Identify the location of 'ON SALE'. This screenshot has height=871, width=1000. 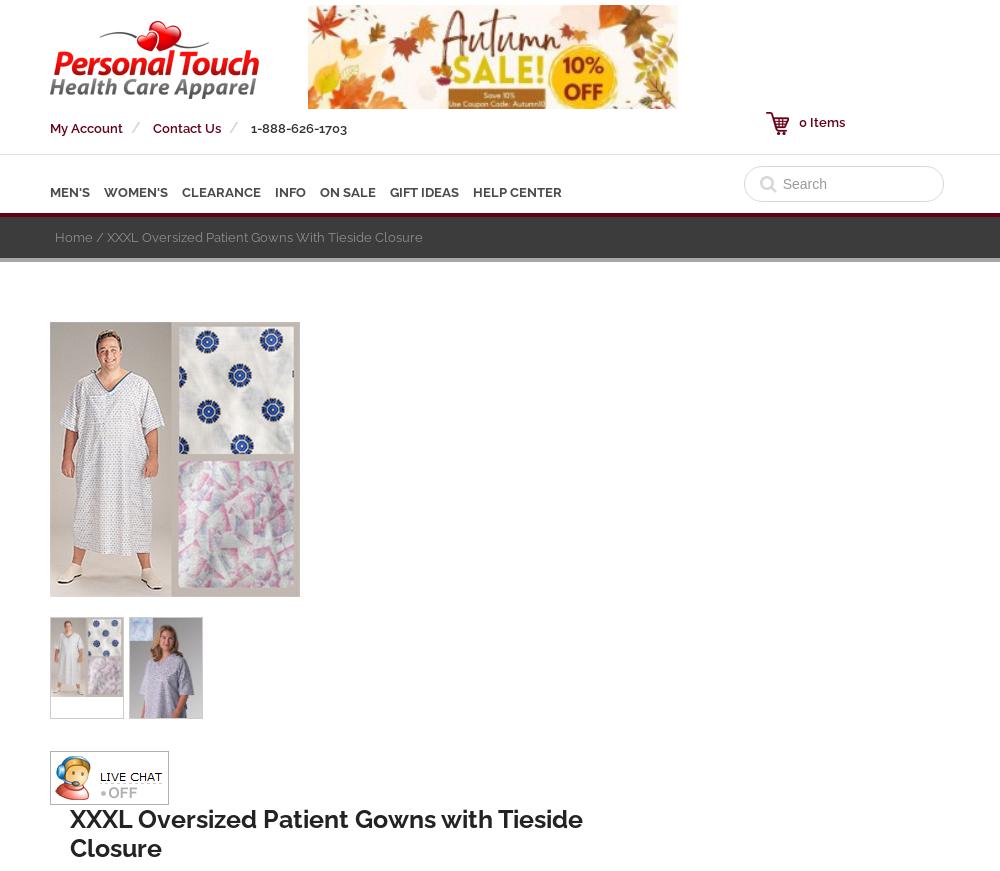
(347, 192).